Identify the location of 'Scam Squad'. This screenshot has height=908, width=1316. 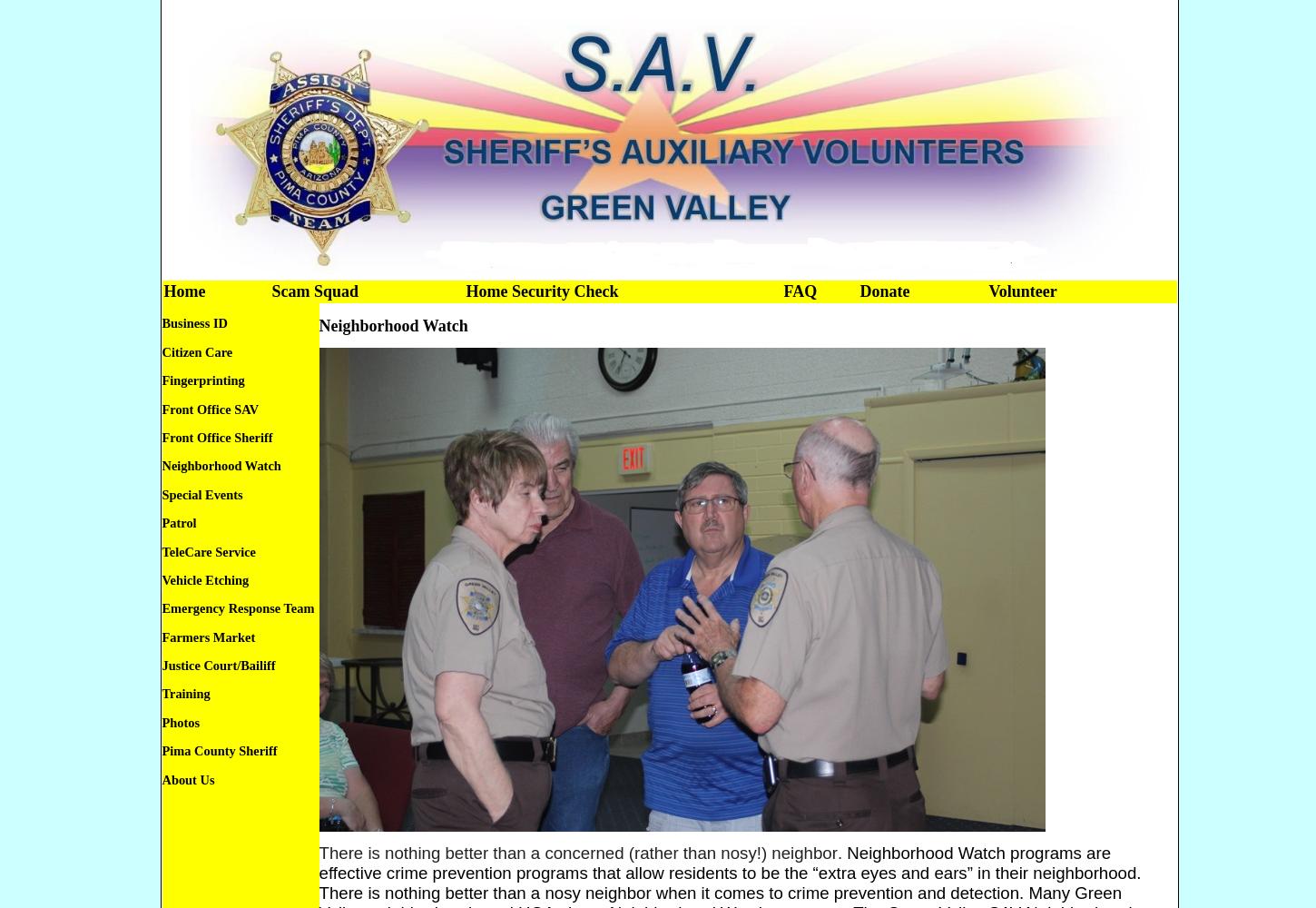
(270, 291).